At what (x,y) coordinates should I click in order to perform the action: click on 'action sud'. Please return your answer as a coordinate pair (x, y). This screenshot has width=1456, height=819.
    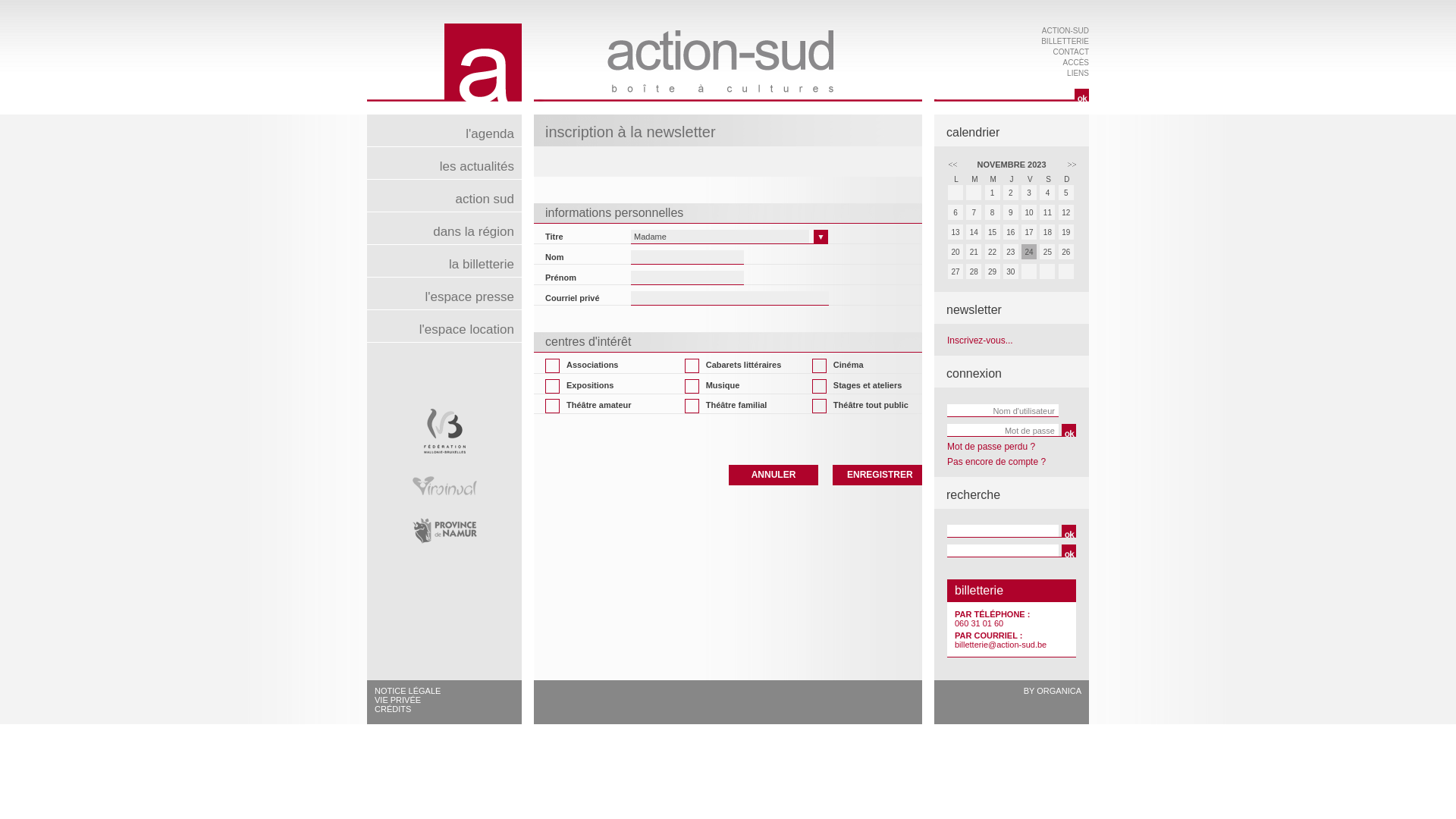
    Looking at the image, I should click on (443, 194).